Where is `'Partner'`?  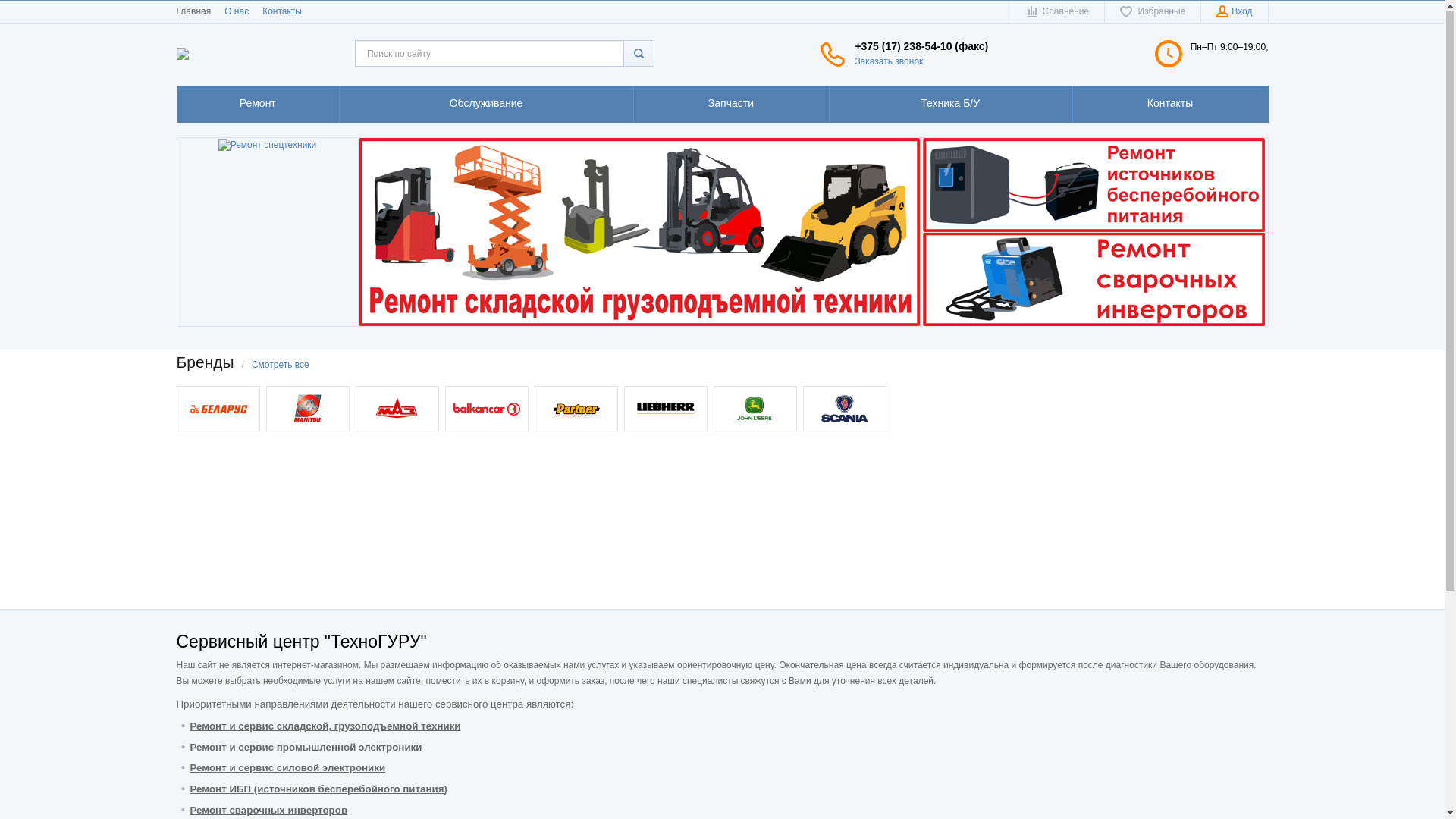
'Partner' is located at coordinates (575, 409).